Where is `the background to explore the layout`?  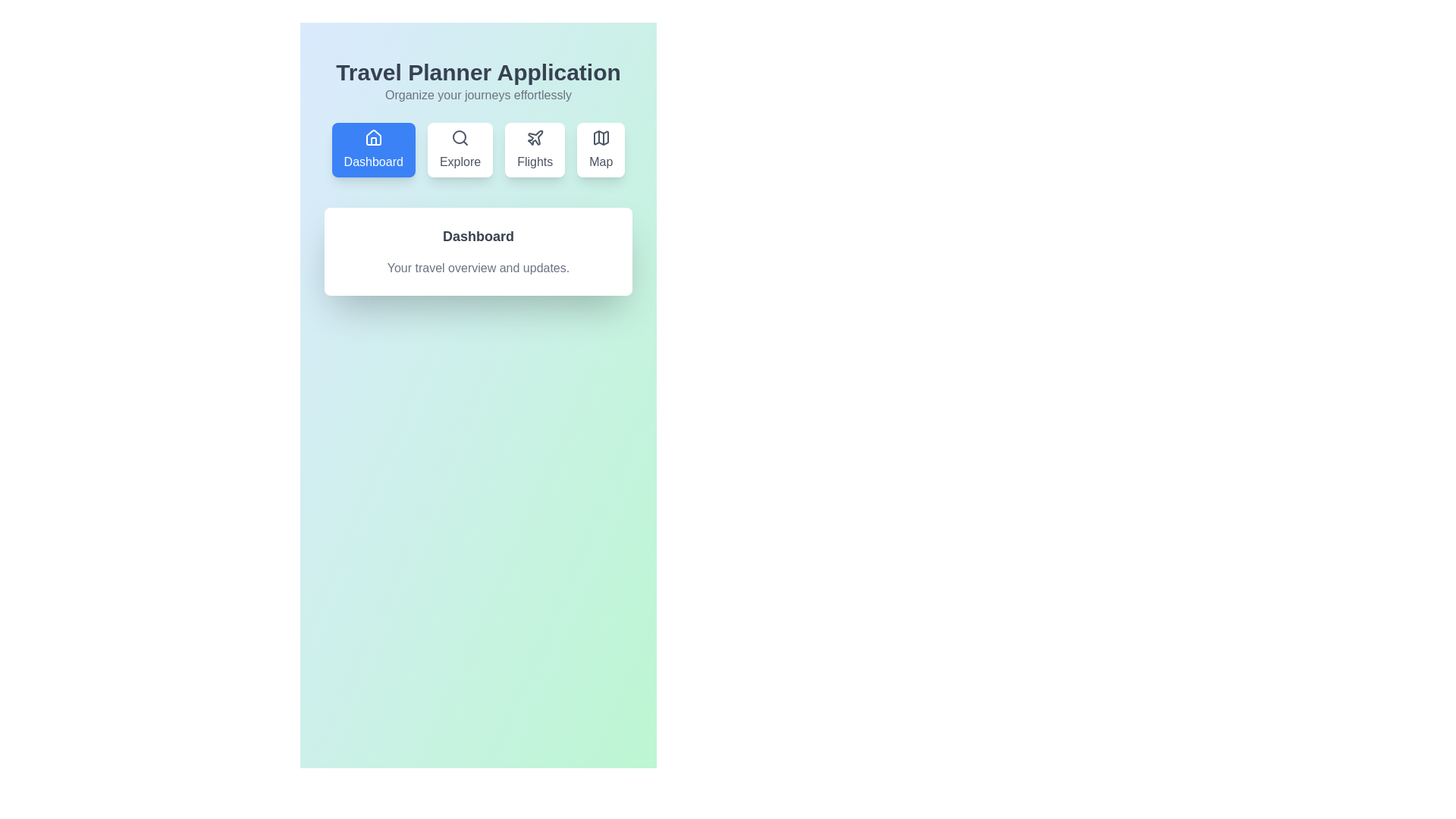 the background to explore the layout is located at coordinates (582, 432).